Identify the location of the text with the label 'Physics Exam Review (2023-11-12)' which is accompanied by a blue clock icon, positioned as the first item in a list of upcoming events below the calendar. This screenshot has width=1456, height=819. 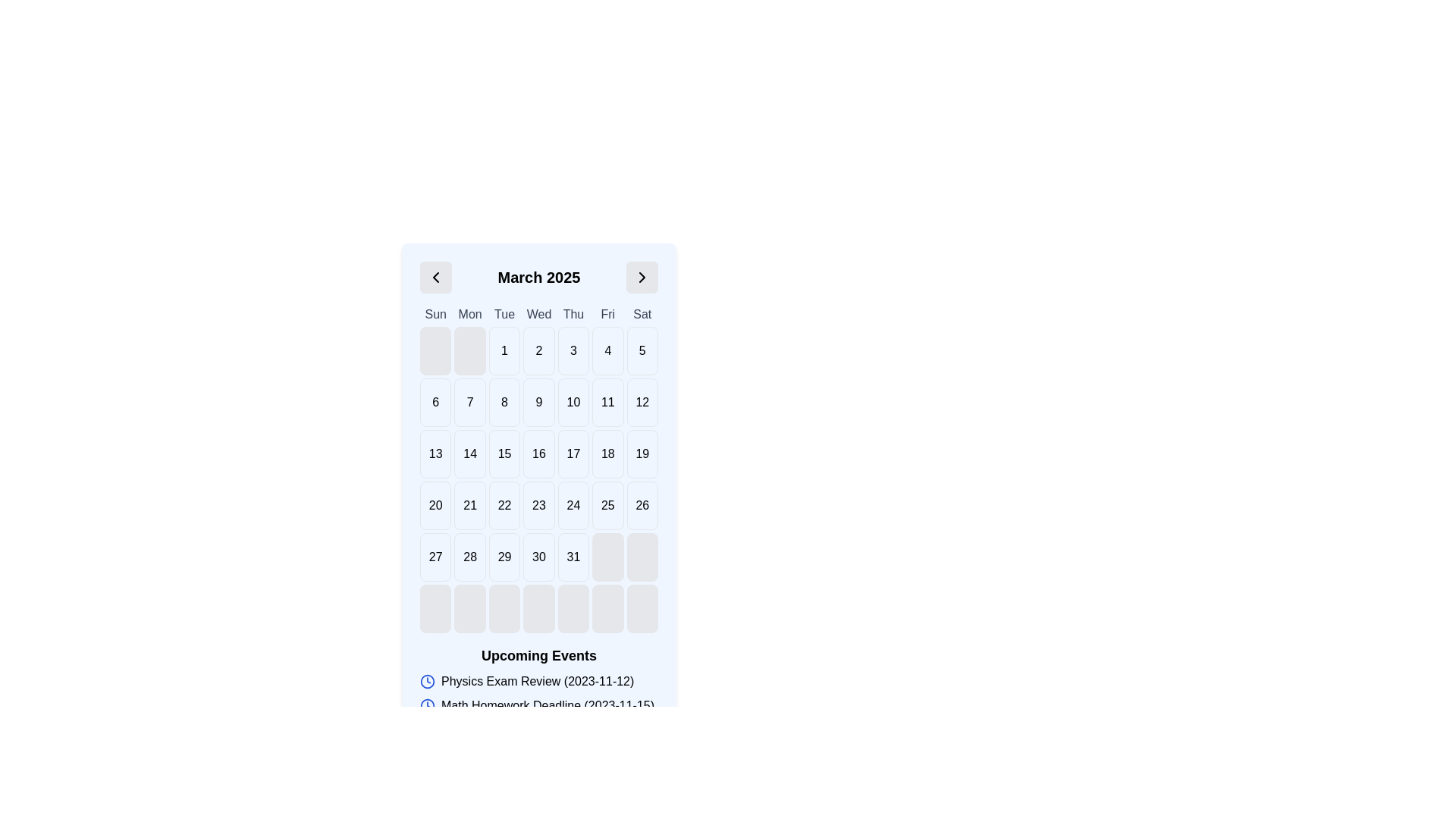
(538, 680).